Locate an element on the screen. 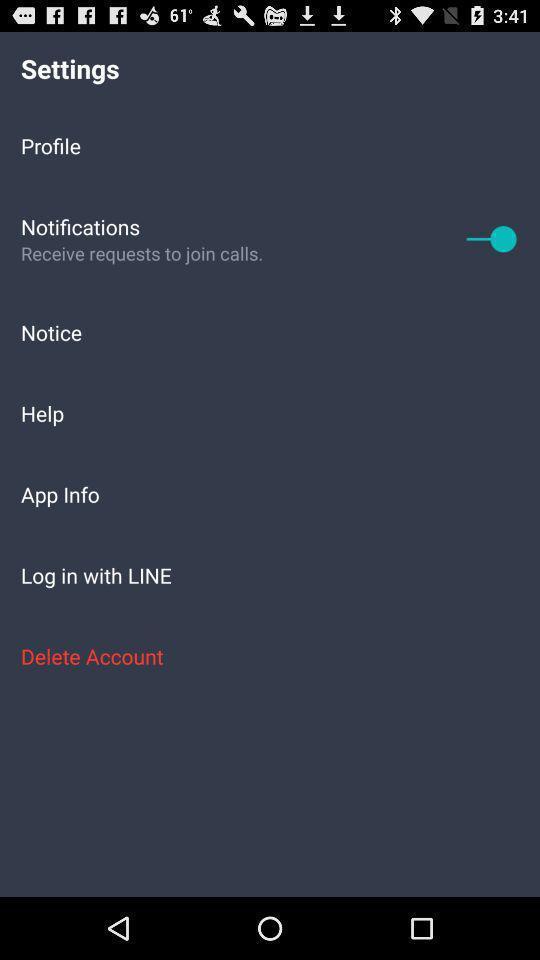  the add icon is located at coordinates (491, 254).